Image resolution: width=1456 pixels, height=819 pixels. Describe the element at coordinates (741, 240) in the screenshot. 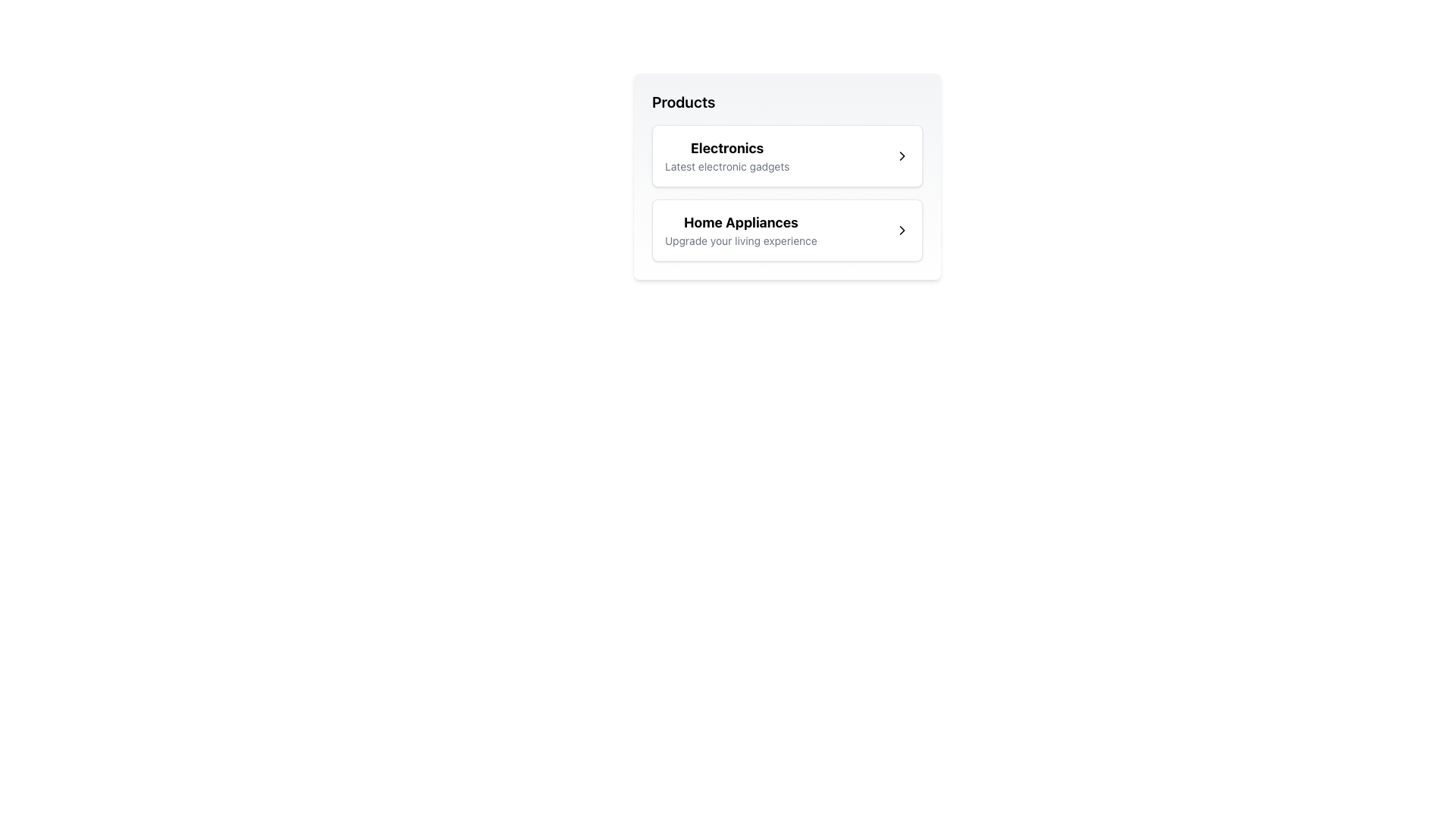

I see `the descriptive Text Label that provides additional information related to the 'Home Appliances' category, located below the 'Home Appliances' header` at that location.